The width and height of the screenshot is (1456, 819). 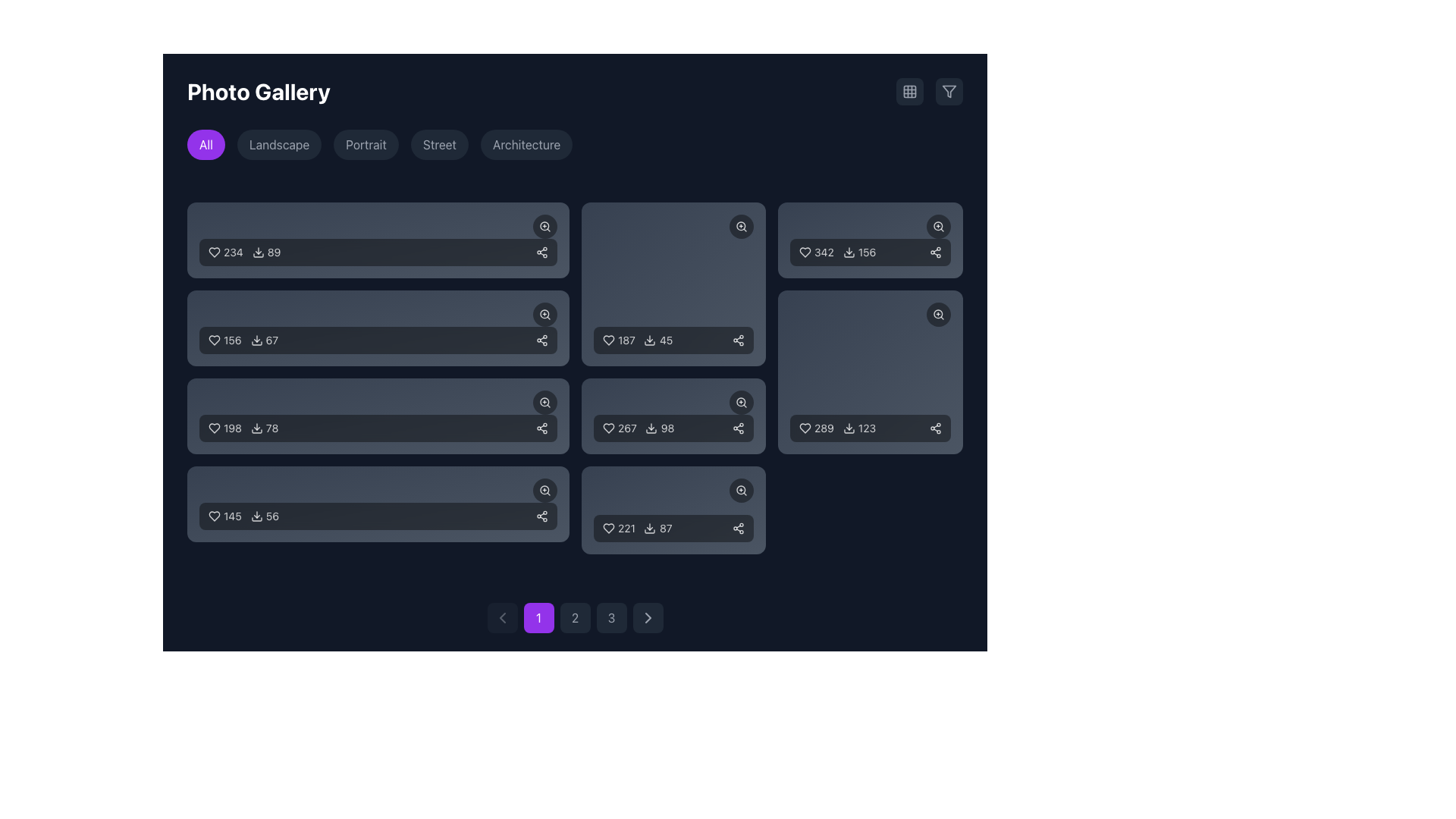 What do you see at coordinates (667, 428) in the screenshot?
I see `the Text label displaying a numeric value indicating a count, located in the bottom-right corner of a grid-style card, next to a download icon` at bounding box center [667, 428].